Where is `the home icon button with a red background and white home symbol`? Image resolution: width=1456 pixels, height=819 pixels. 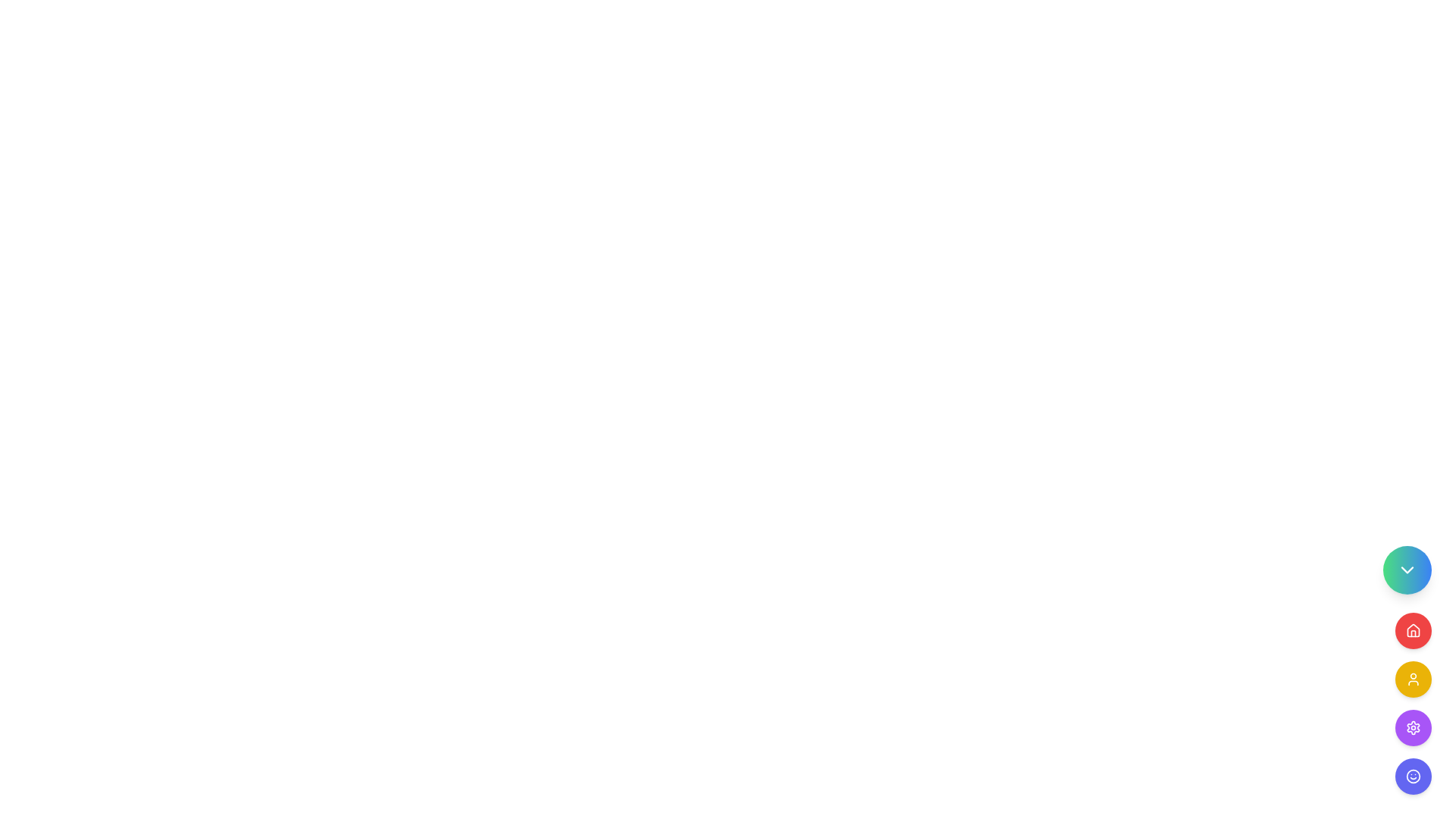 the home icon button with a red background and white home symbol is located at coordinates (1412, 631).